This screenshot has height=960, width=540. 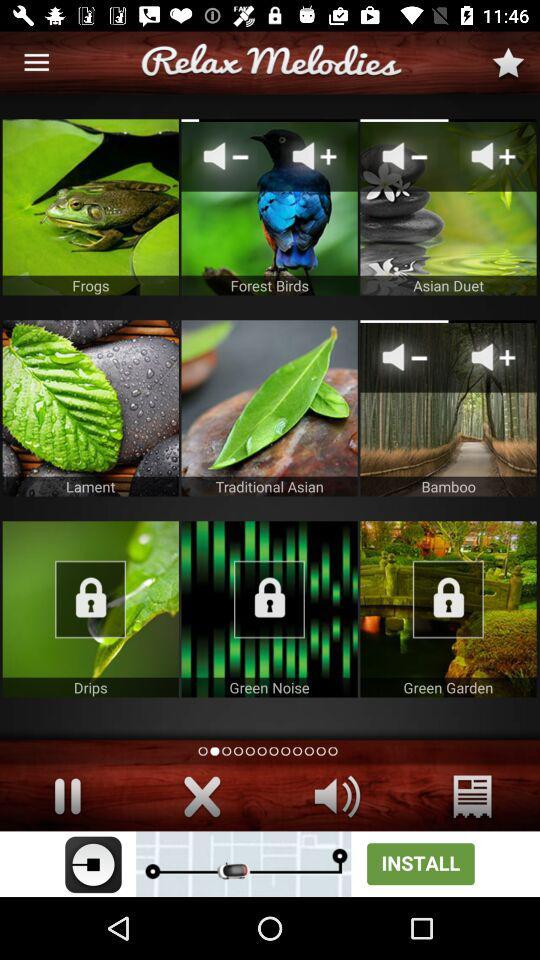 I want to click on image, so click(x=269, y=207).